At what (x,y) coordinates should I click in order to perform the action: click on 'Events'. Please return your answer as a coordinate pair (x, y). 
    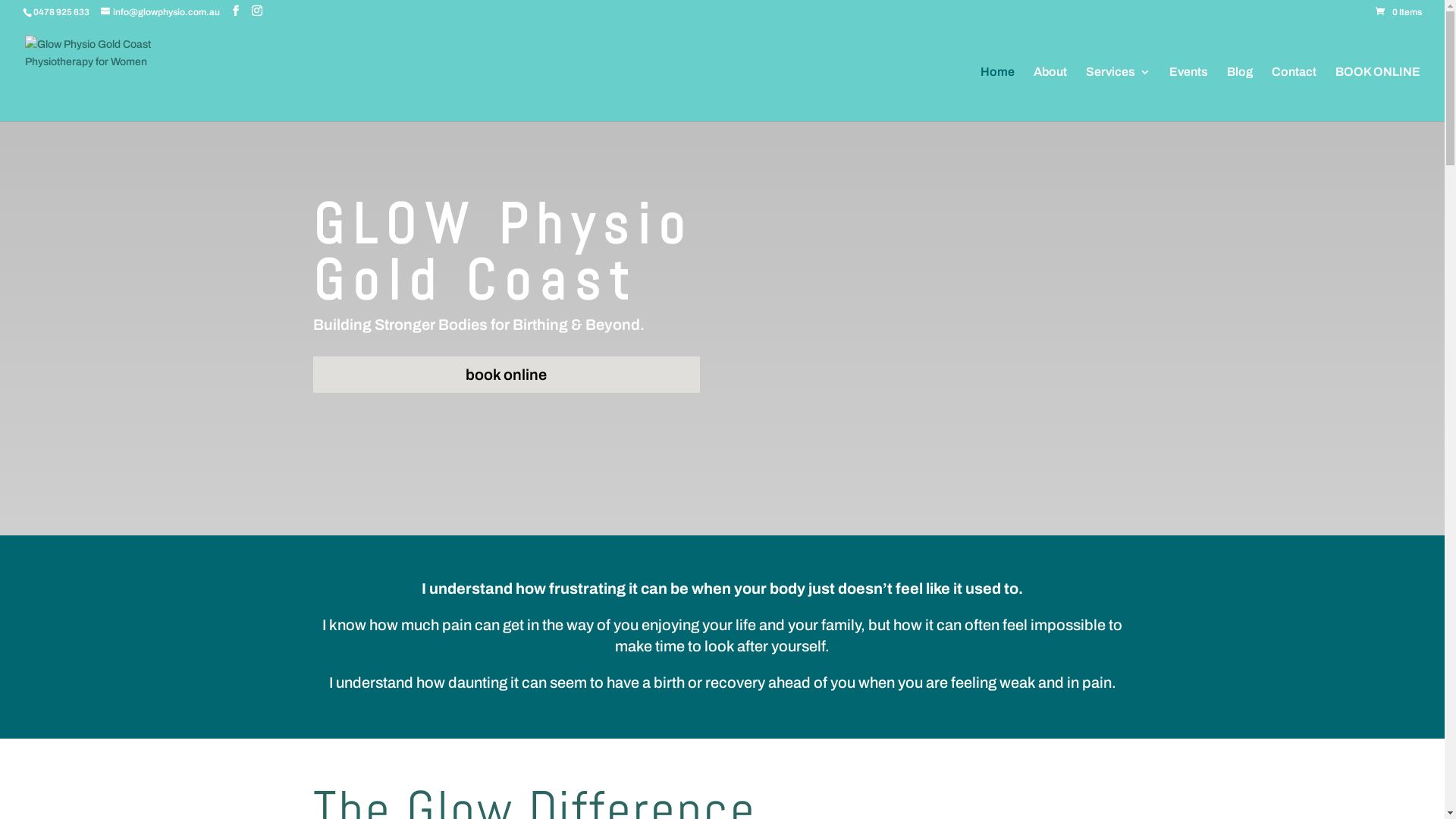
    Looking at the image, I should click on (1188, 93).